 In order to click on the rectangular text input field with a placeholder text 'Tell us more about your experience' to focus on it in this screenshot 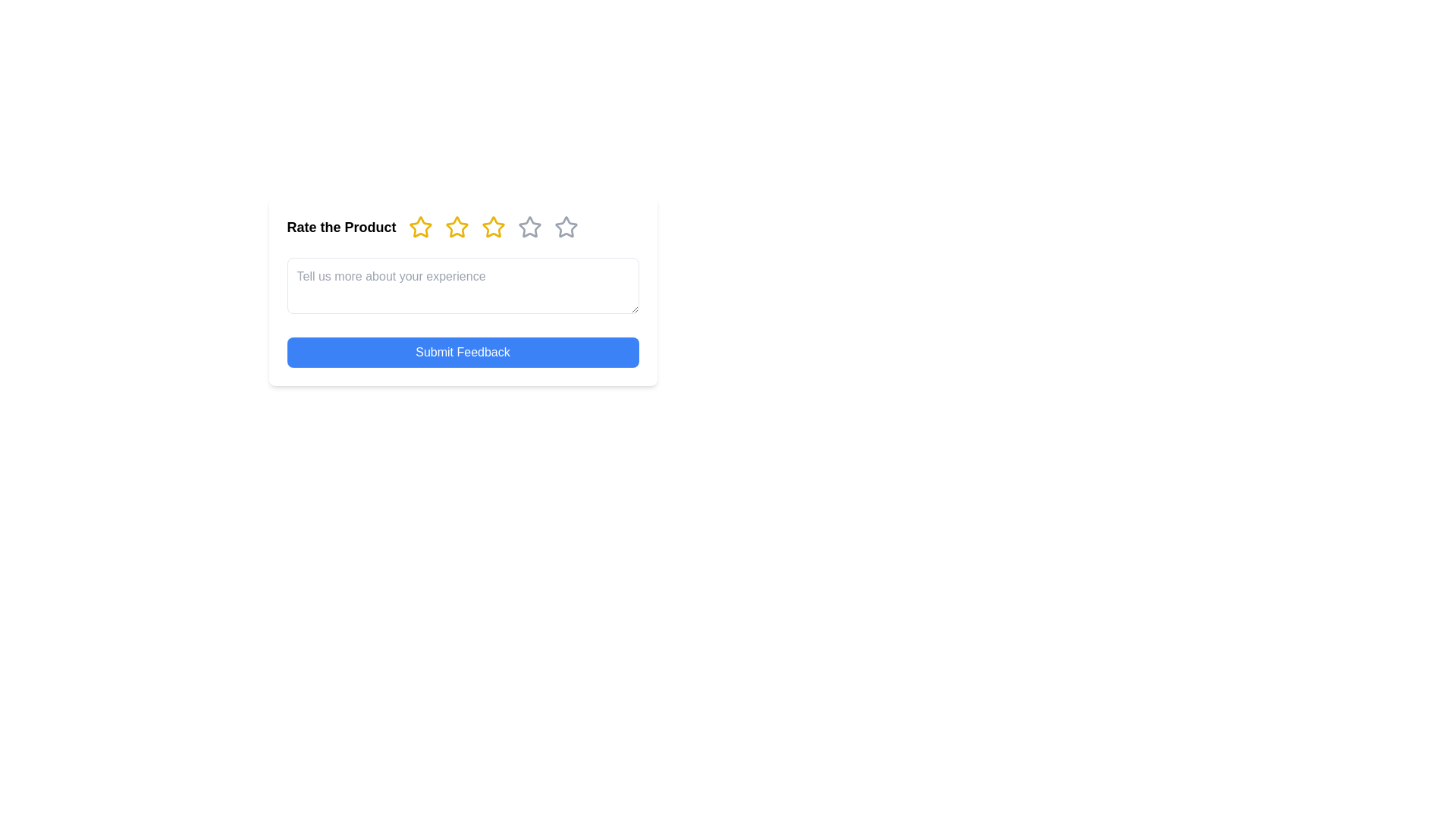, I will do `click(462, 286)`.